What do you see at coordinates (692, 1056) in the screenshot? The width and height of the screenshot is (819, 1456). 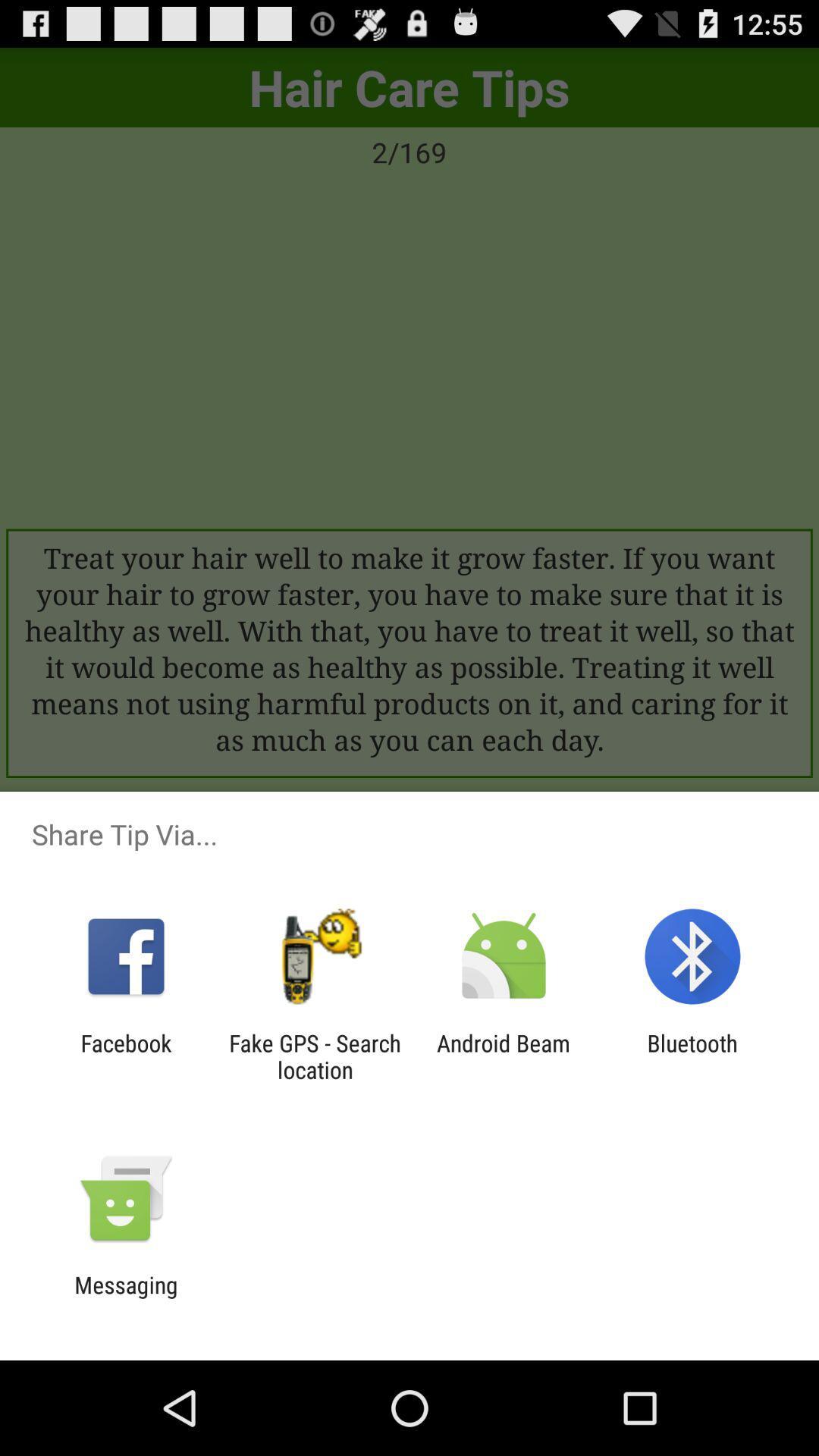 I see `the bluetooth item` at bounding box center [692, 1056].